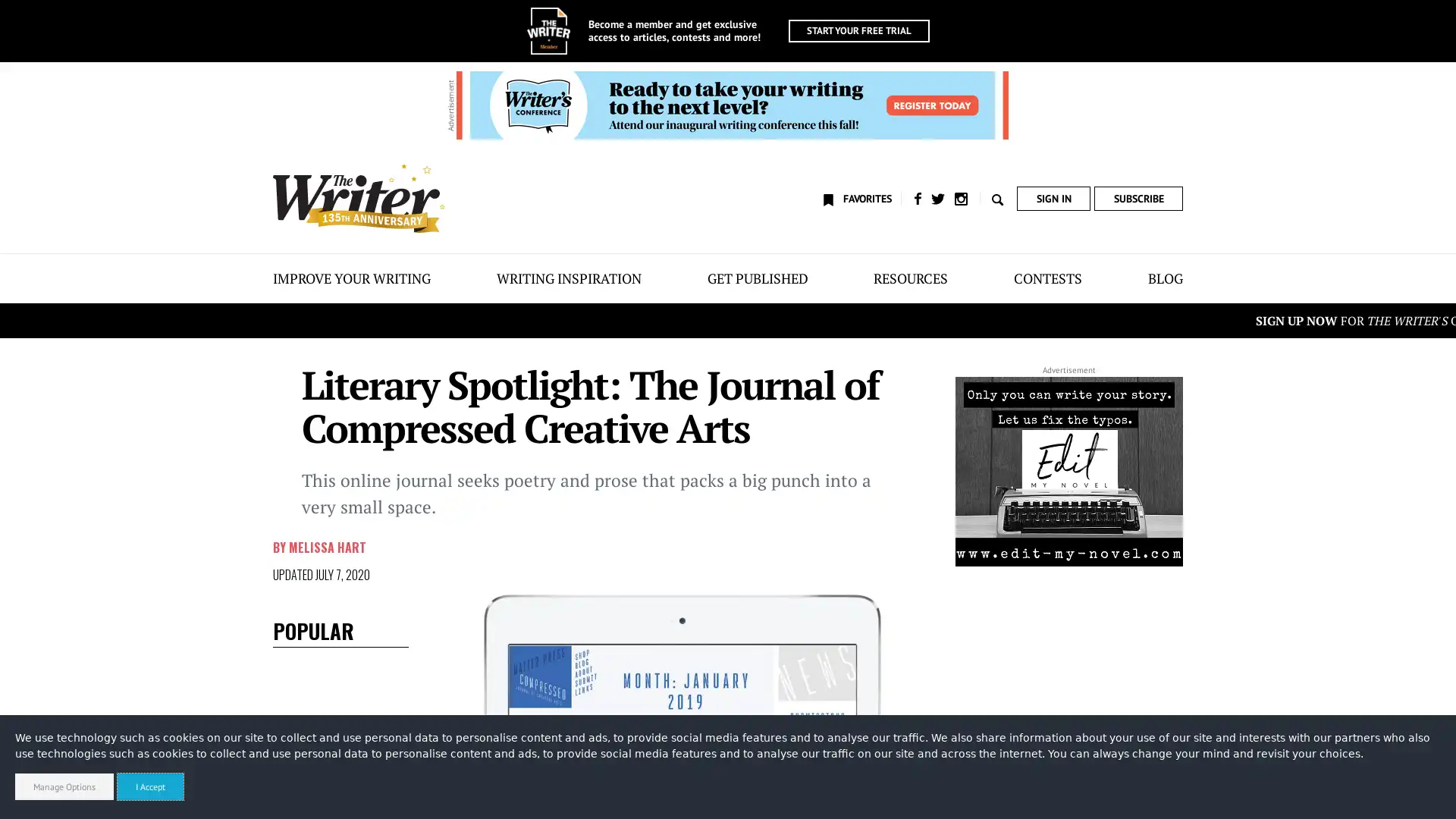 The height and width of the screenshot is (819, 1456). What do you see at coordinates (994, 198) in the screenshot?
I see `Toggle search form` at bounding box center [994, 198].